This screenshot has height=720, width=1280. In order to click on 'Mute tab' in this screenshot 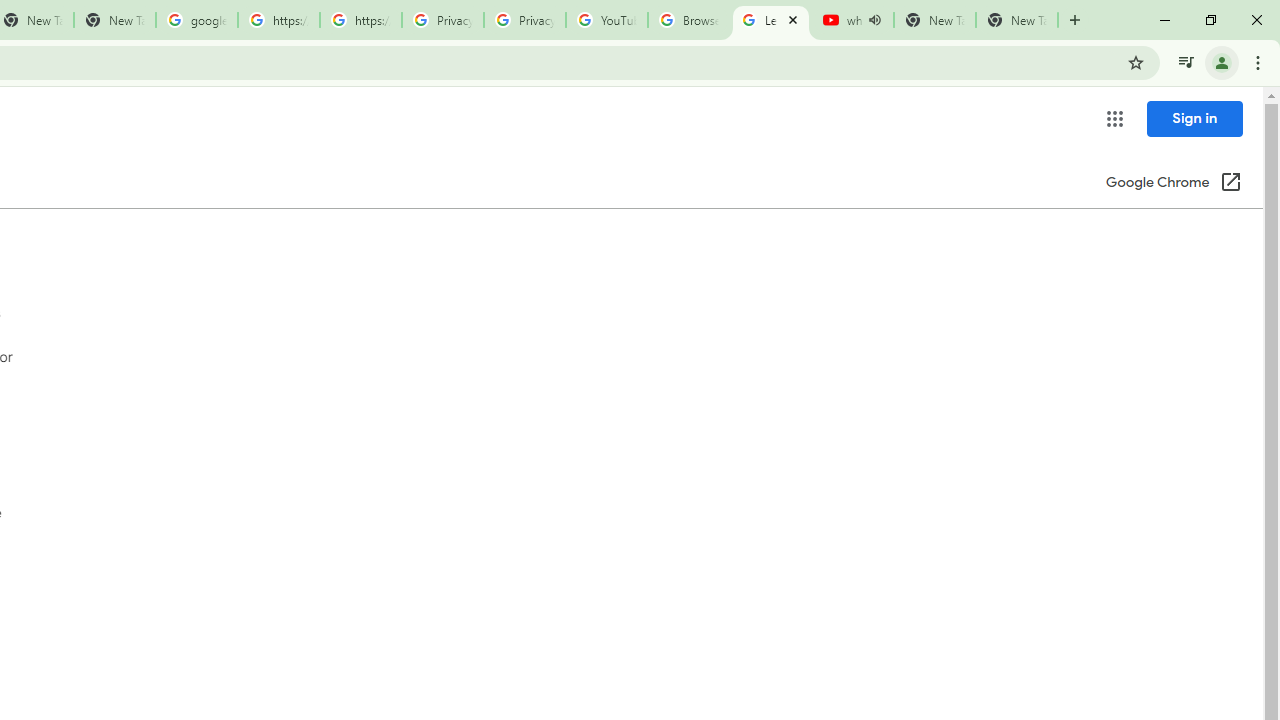, I will do `click(874, 20)`.